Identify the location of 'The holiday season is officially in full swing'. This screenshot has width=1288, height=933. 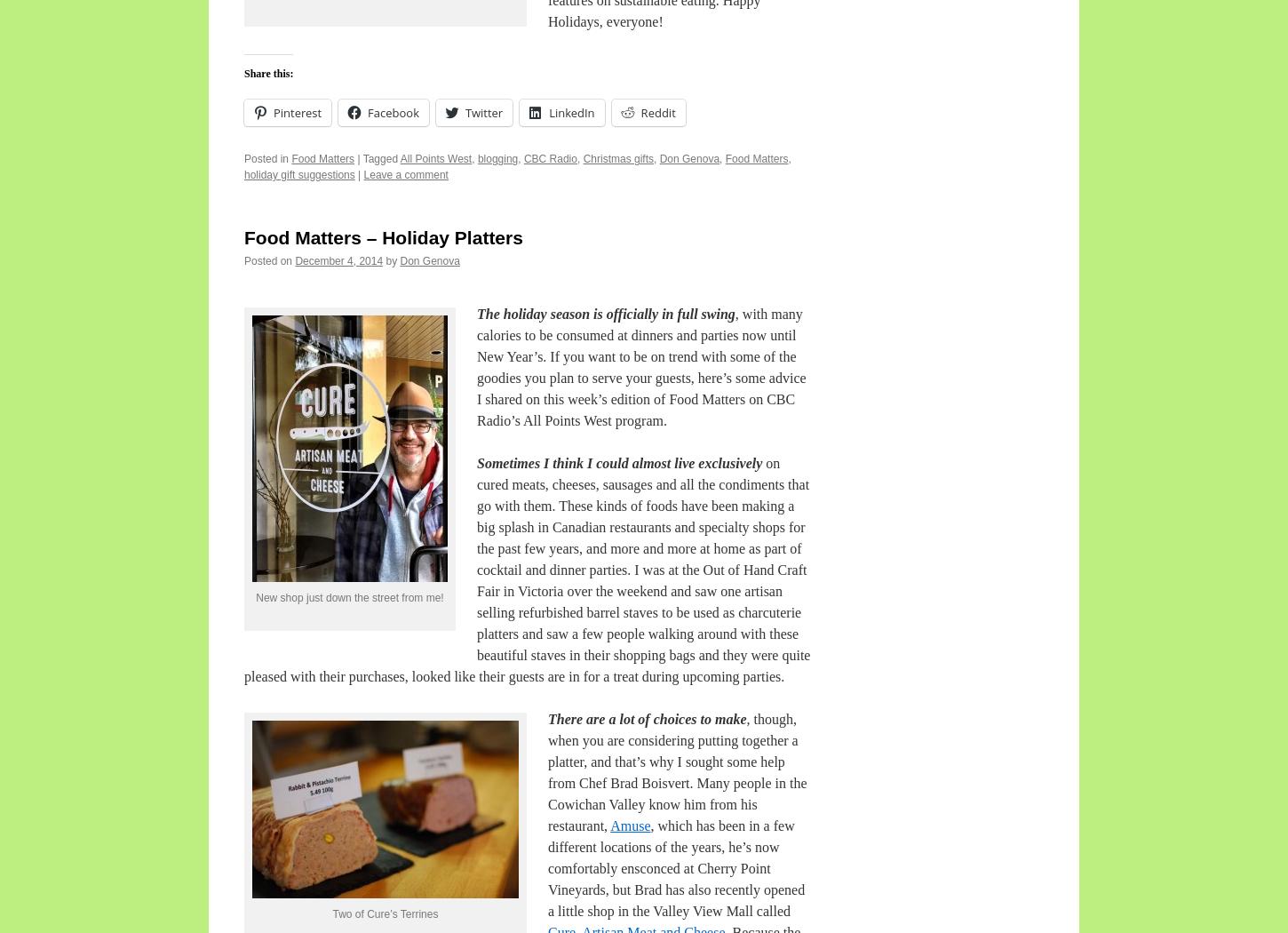
(604, 312).